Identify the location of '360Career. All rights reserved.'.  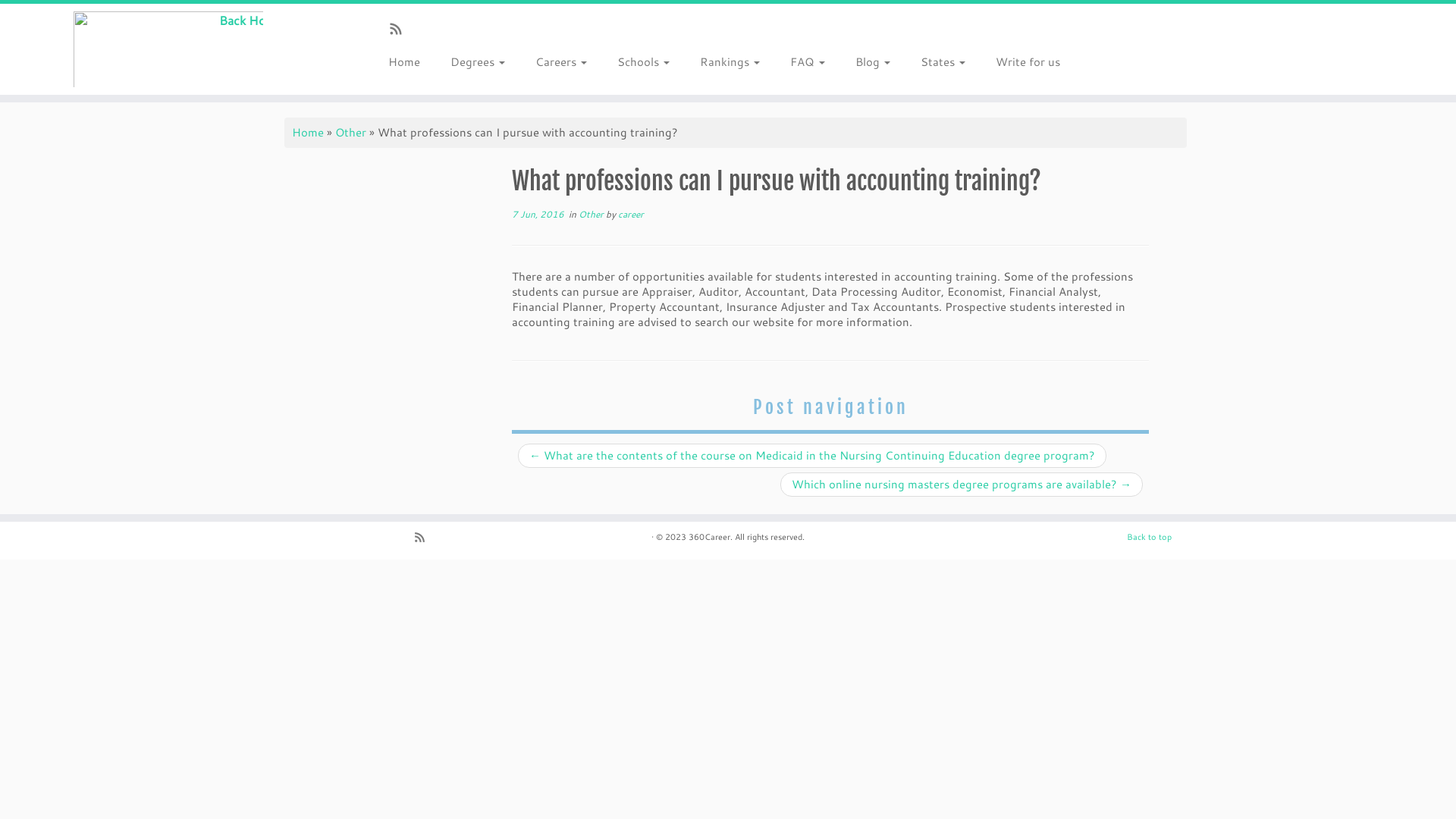
(746, 536).